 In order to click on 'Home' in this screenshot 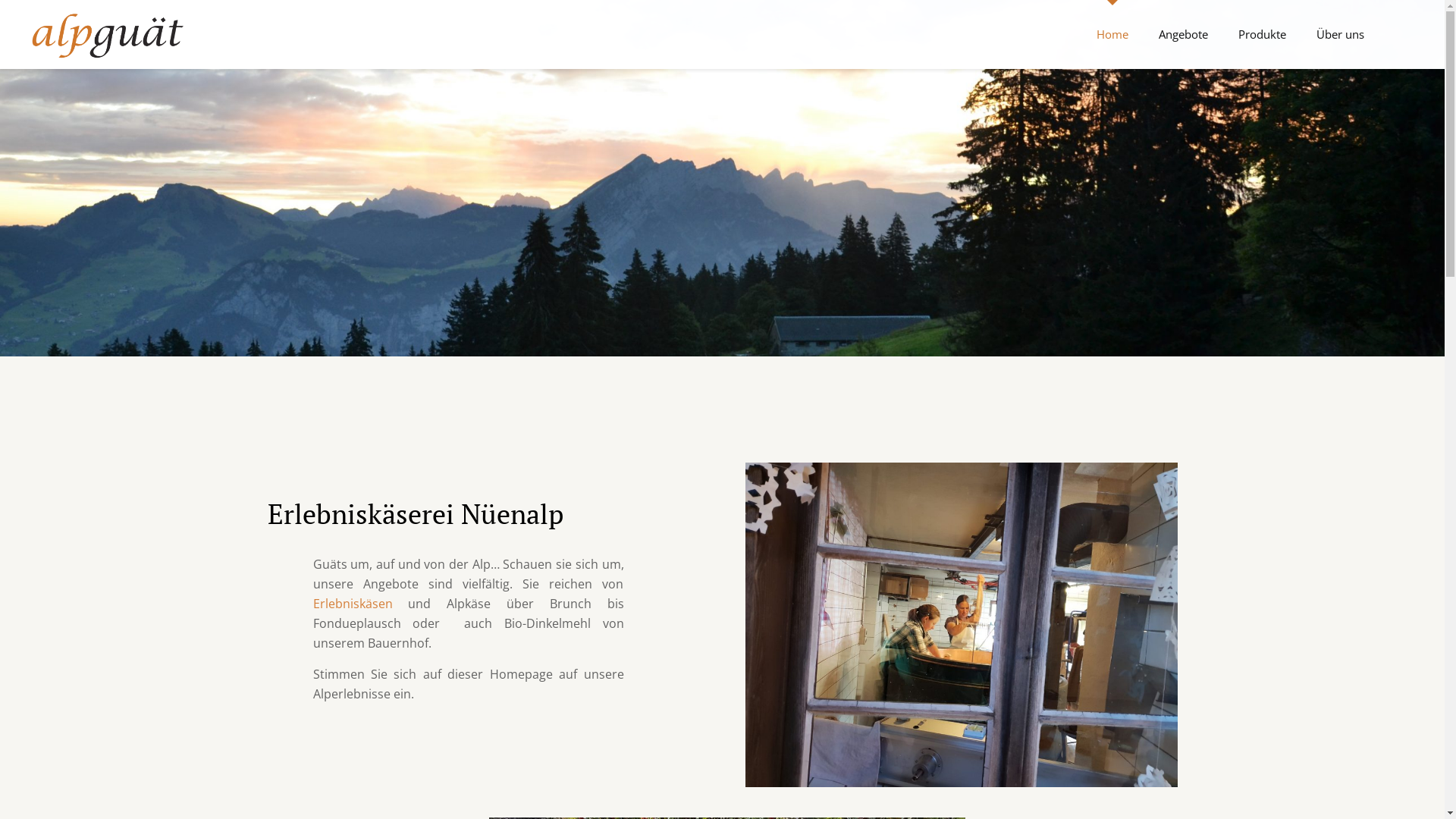, I will do `click(1112, 34)`.